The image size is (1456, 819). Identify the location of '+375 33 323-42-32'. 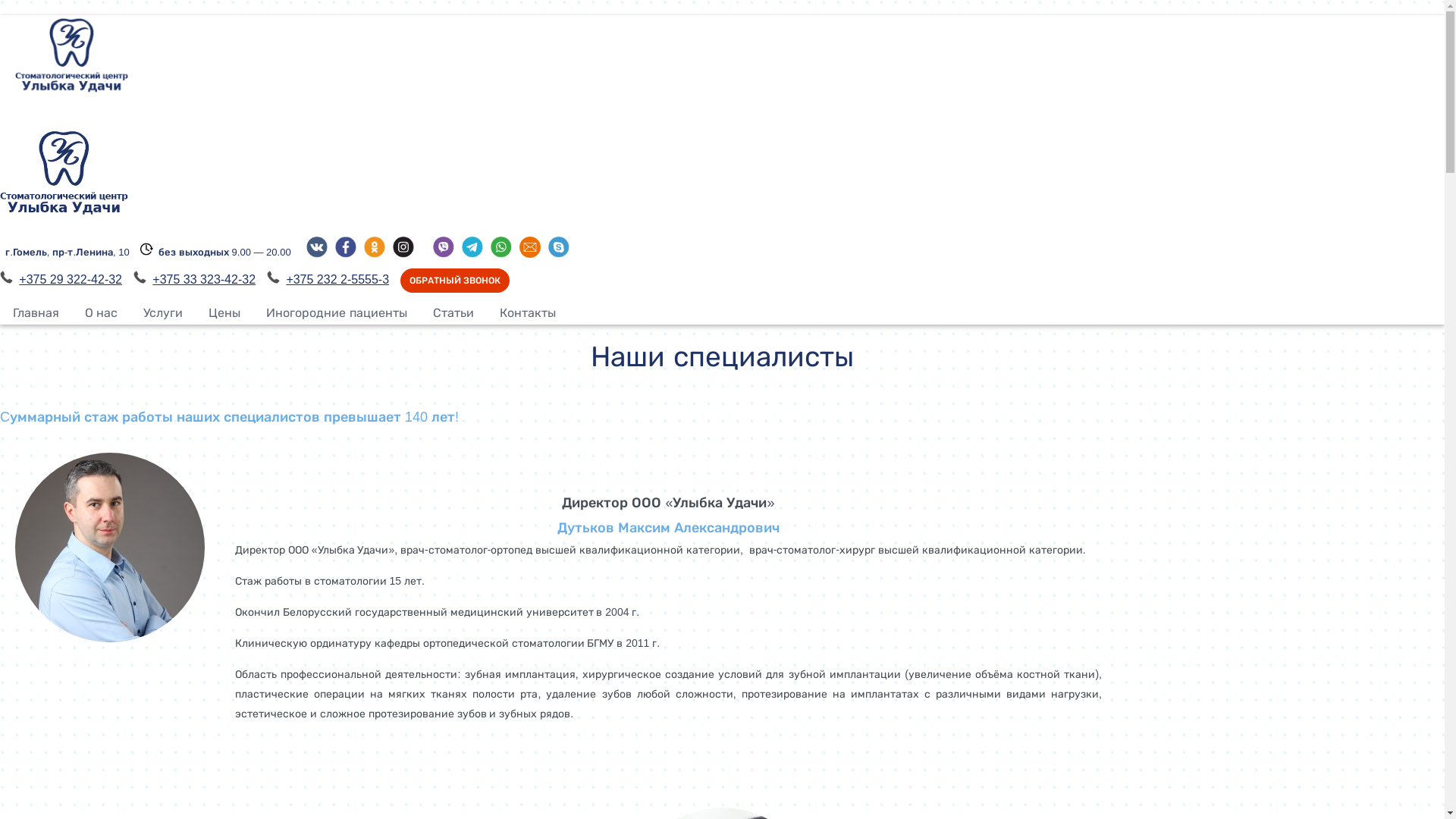
(202, 279).